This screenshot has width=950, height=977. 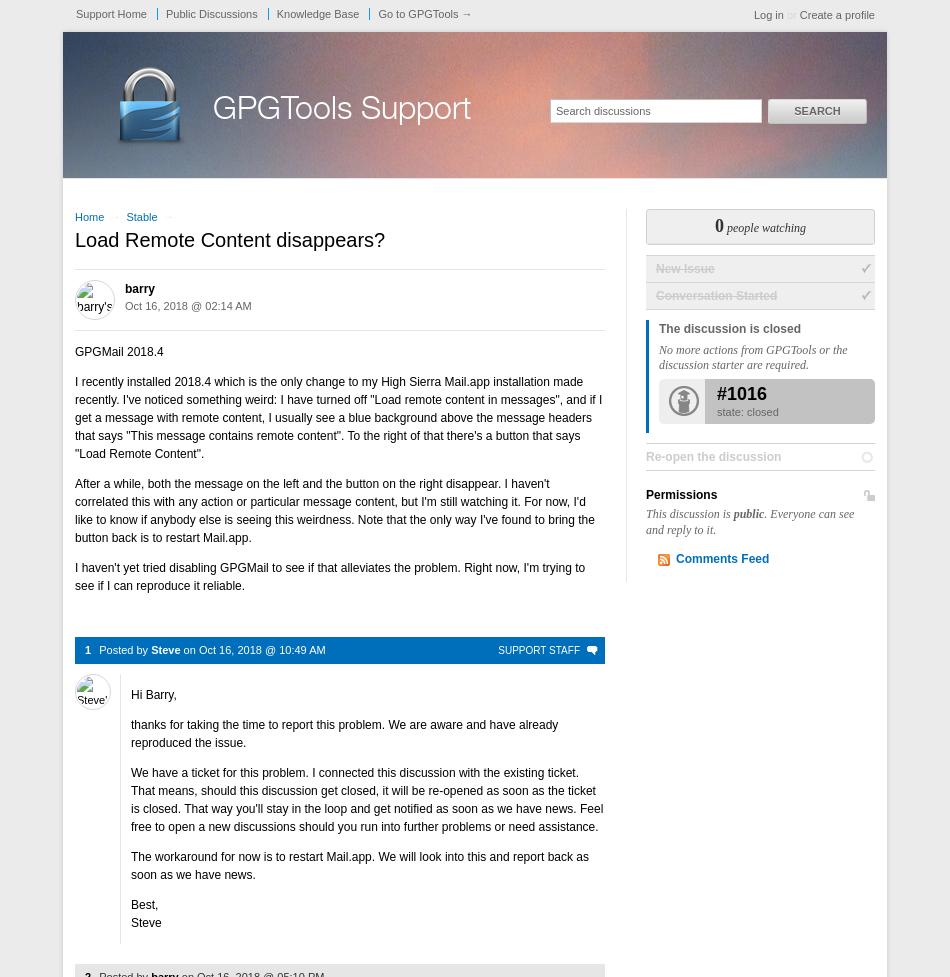 I want to click on 'We have a ticket for this problem. I connected this discussion with the existing ticket. That means, should this discussion get closed, it will be re-opened as soon as the ticket is closed. That way you'll stay in the loop and get notified as soon as we have news. Feel free to open a new discussions should you run into further problems or need assistance.', so click(x=365, y=798).